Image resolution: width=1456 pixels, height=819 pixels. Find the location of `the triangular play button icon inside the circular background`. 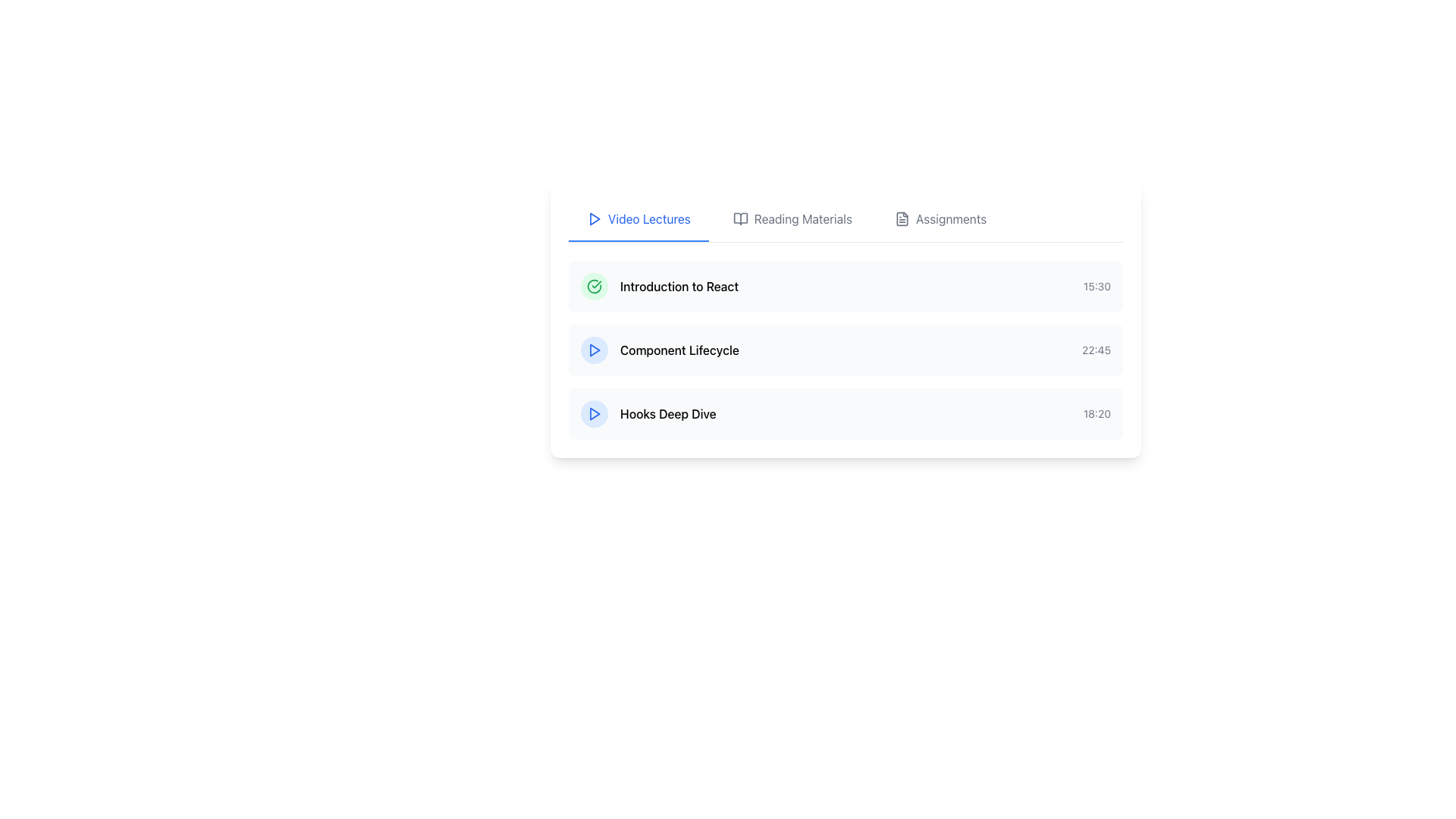

the triangular play button icon inside the circular background is located at coordinates (594, 414).